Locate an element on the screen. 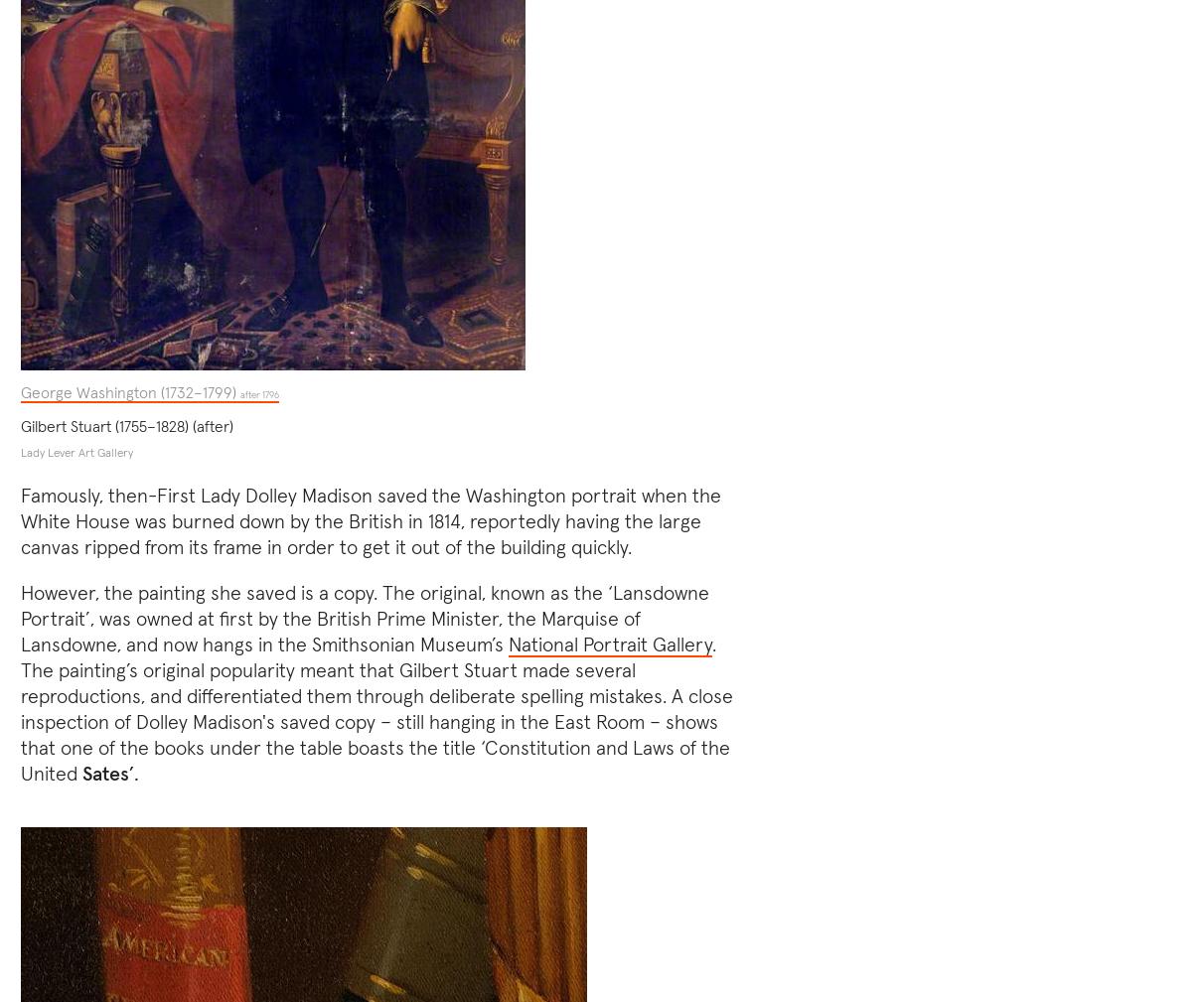 The image size is (1204, 1002). 'Subscribe to newsletter' is located at coordinates (667, 840).